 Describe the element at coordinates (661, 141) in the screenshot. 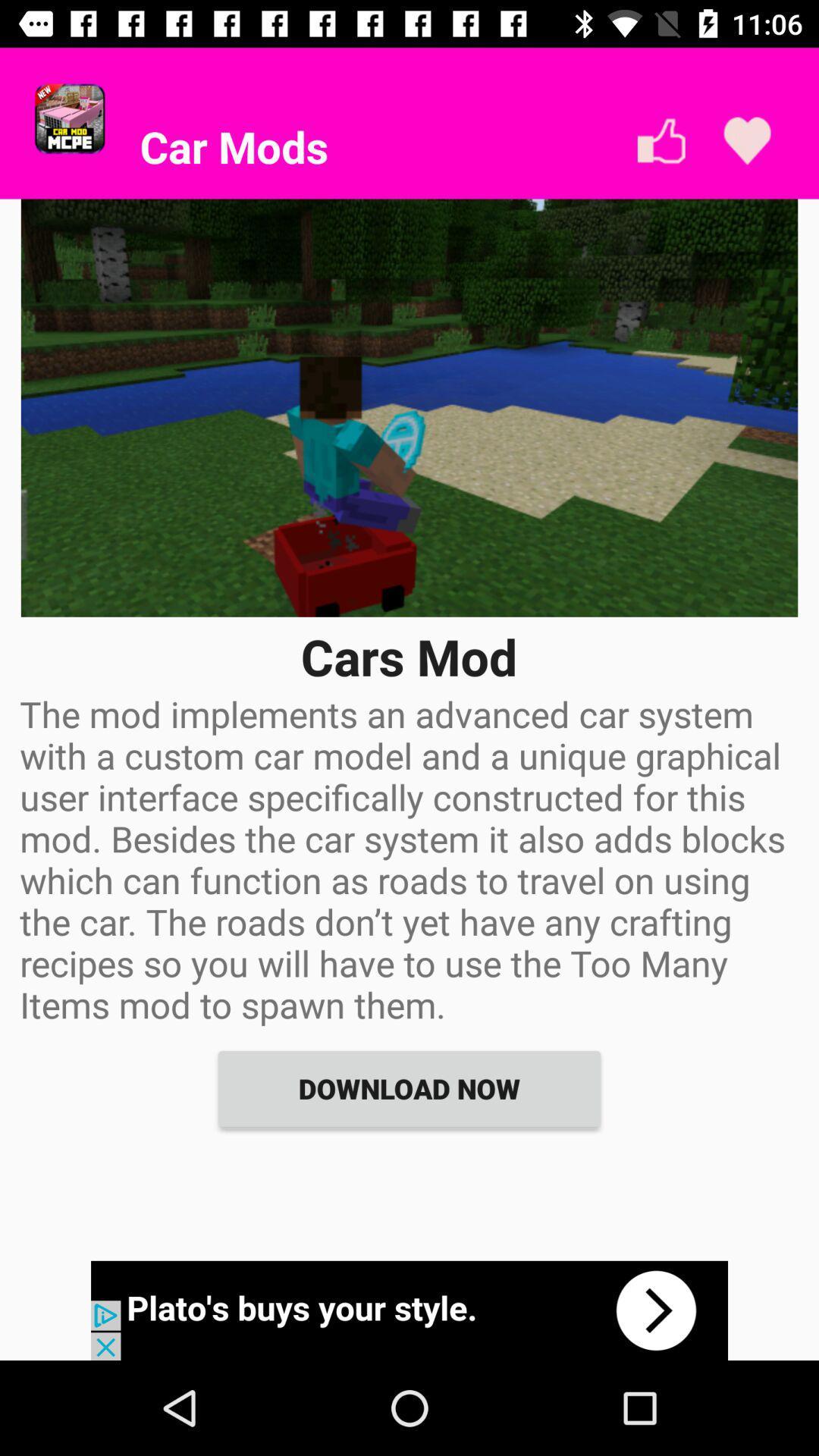

I see `the thumbs_up icon` at that location.